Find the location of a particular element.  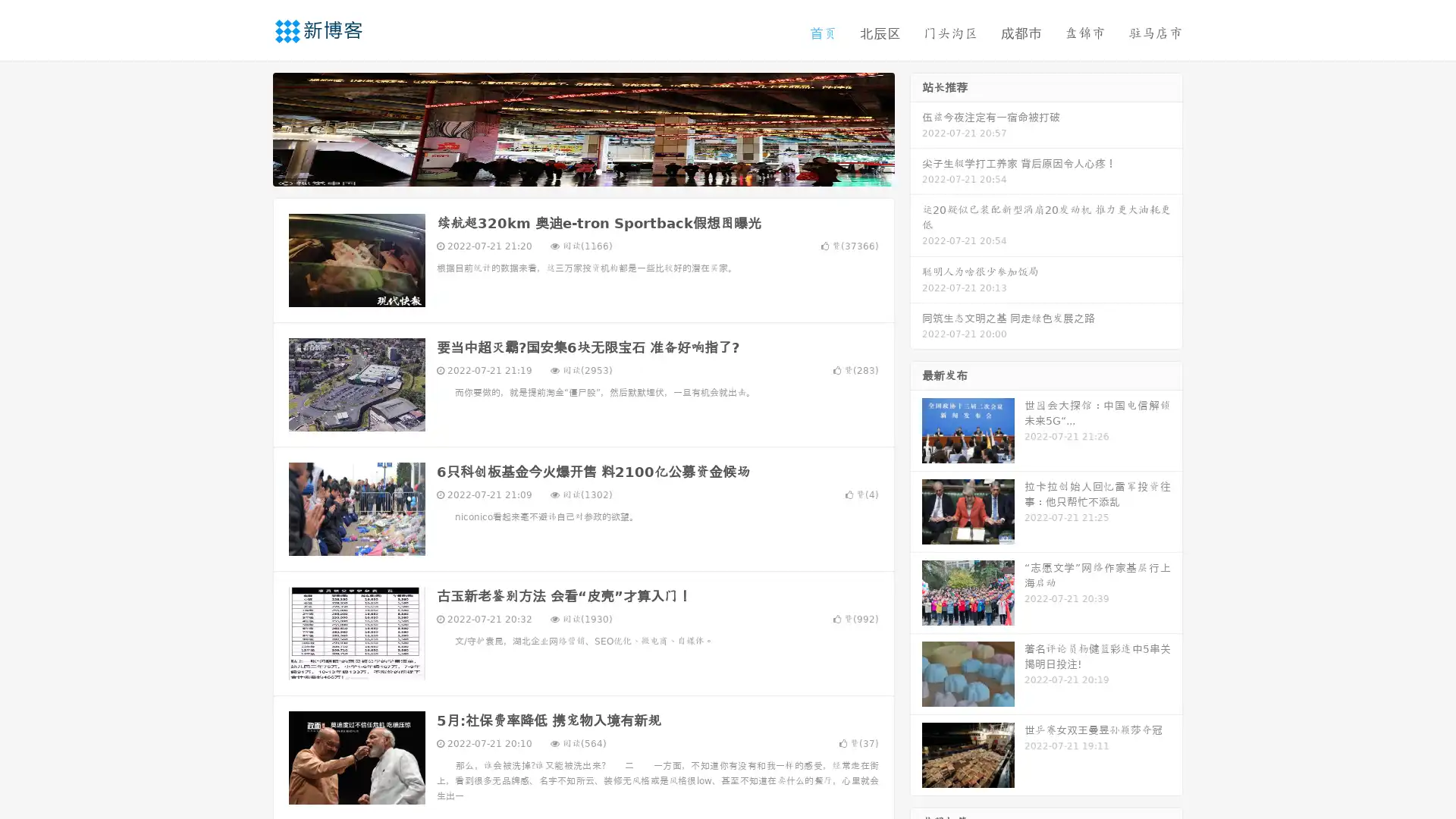

Go to slide 2 is located at coordinates (582, 171).